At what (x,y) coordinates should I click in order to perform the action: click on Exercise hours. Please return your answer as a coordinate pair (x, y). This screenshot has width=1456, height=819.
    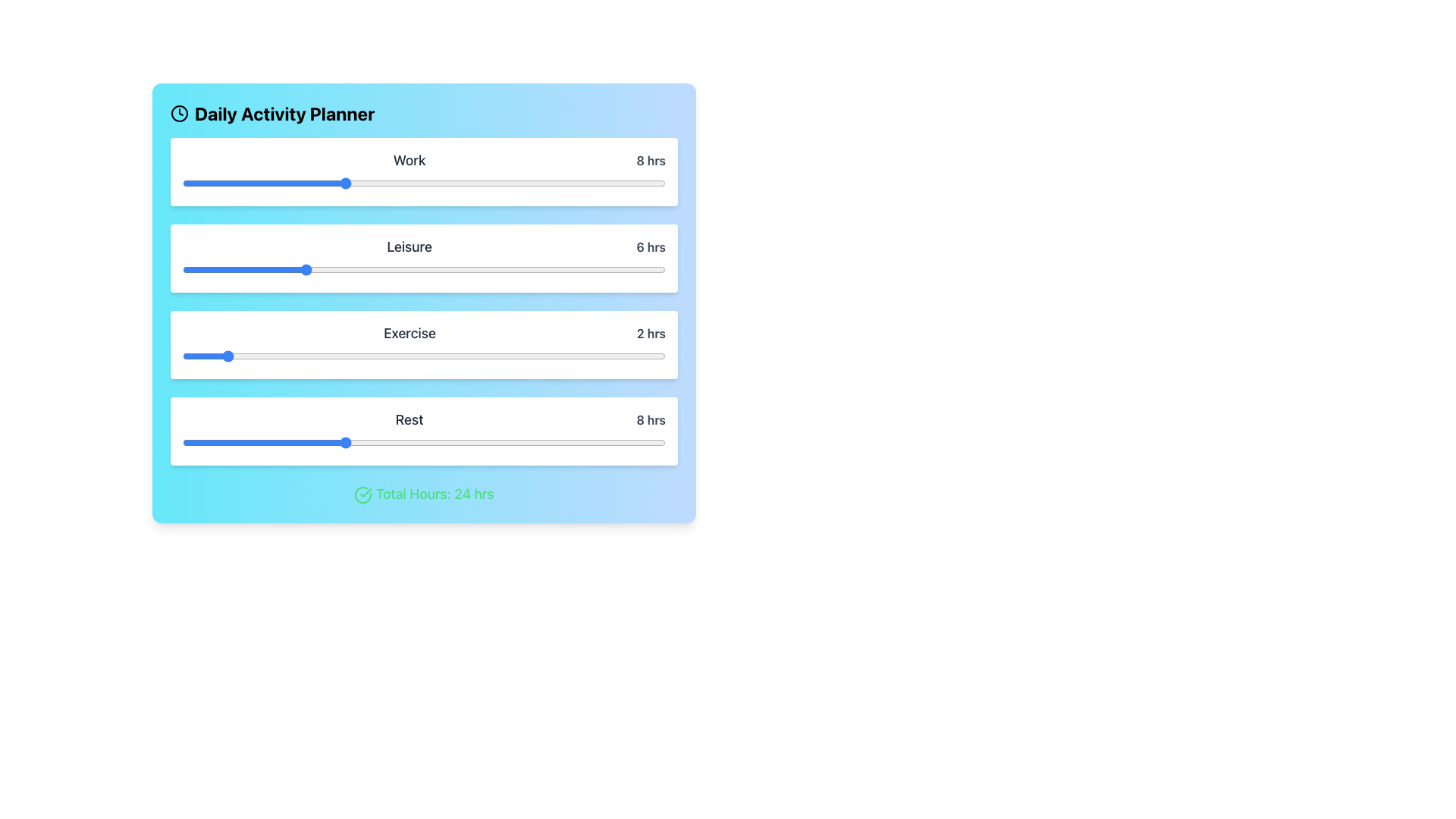
    Looking at the image, I should click on (525, 356).